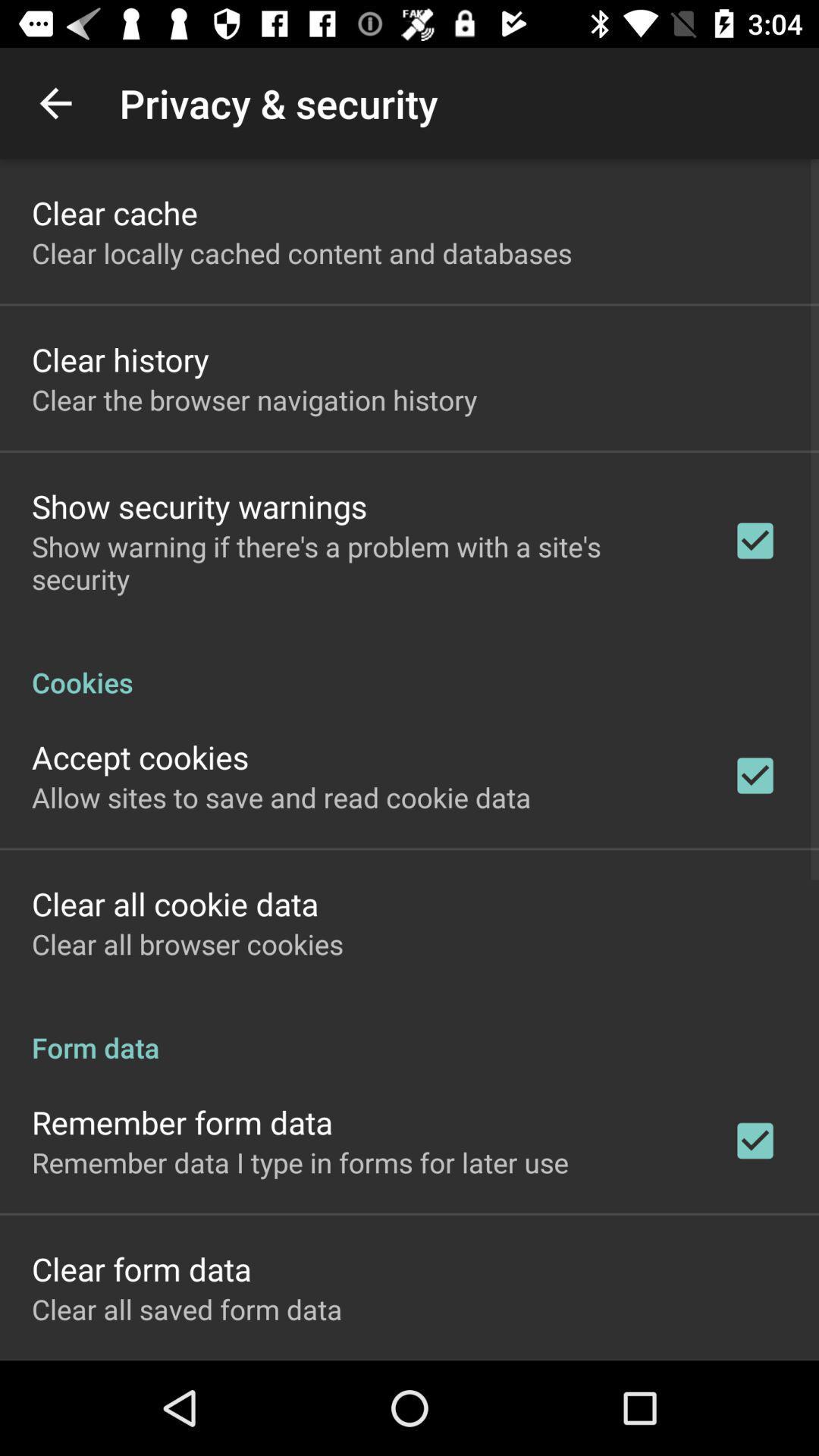  Describe the element at coordinates (140, 757) in the screenshot. I see `item above allow sites to app` at that location.